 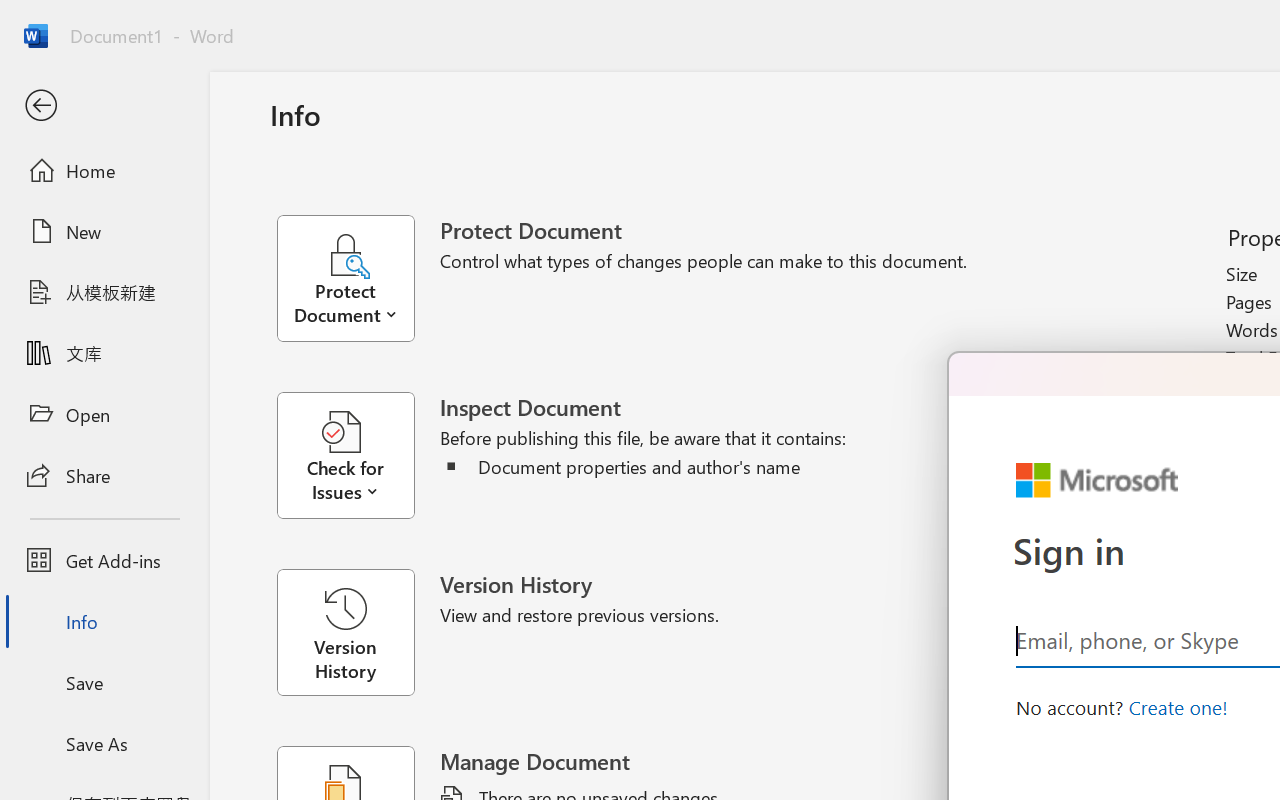 What do you see at coordinates (103, 105) in the screenshot?
I see `'Back'` at bounding box center [103, 105].